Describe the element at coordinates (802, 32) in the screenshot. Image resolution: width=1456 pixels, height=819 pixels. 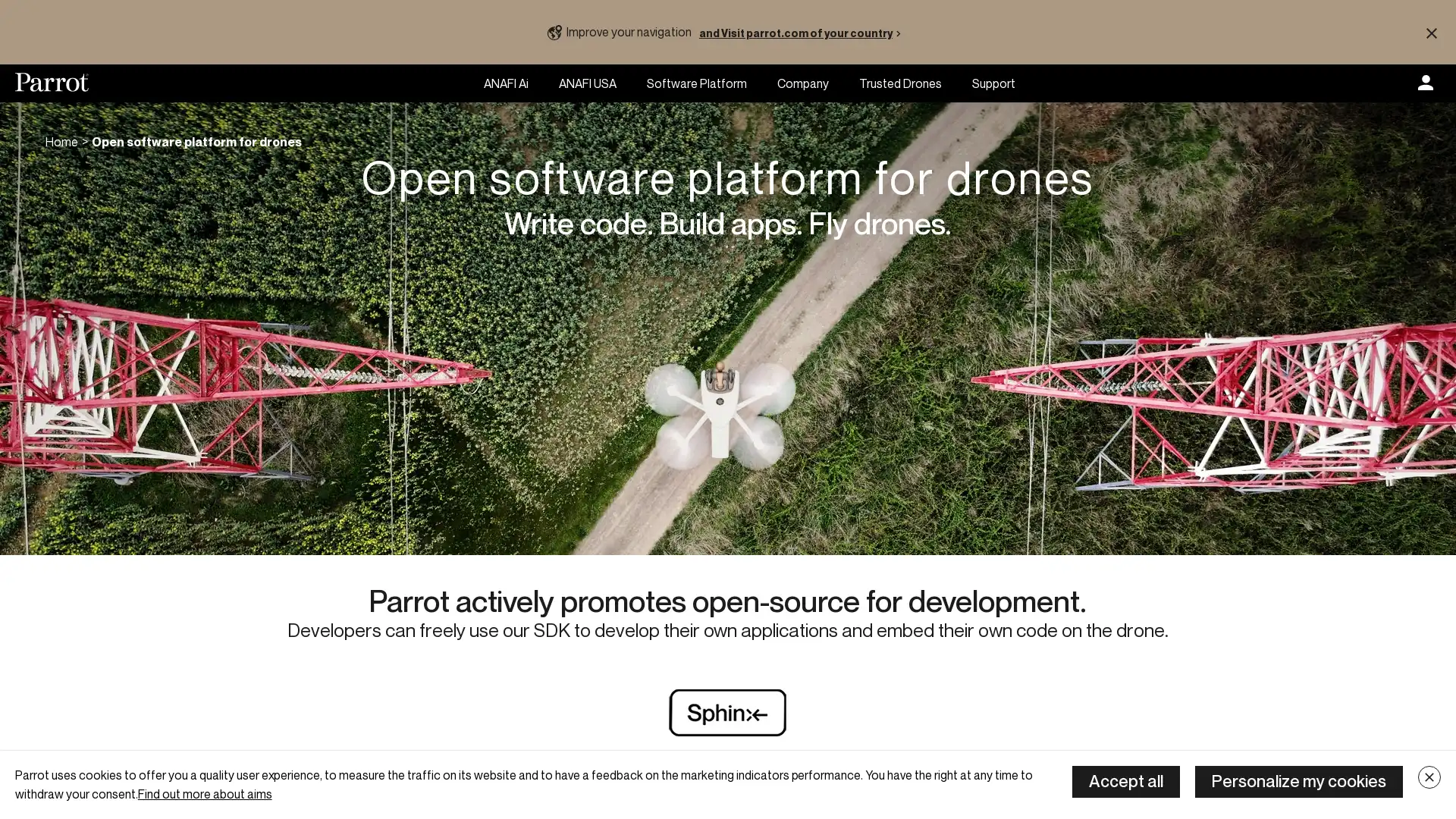
I see `and Visit parrot.com of your country go to my shop` at that location.